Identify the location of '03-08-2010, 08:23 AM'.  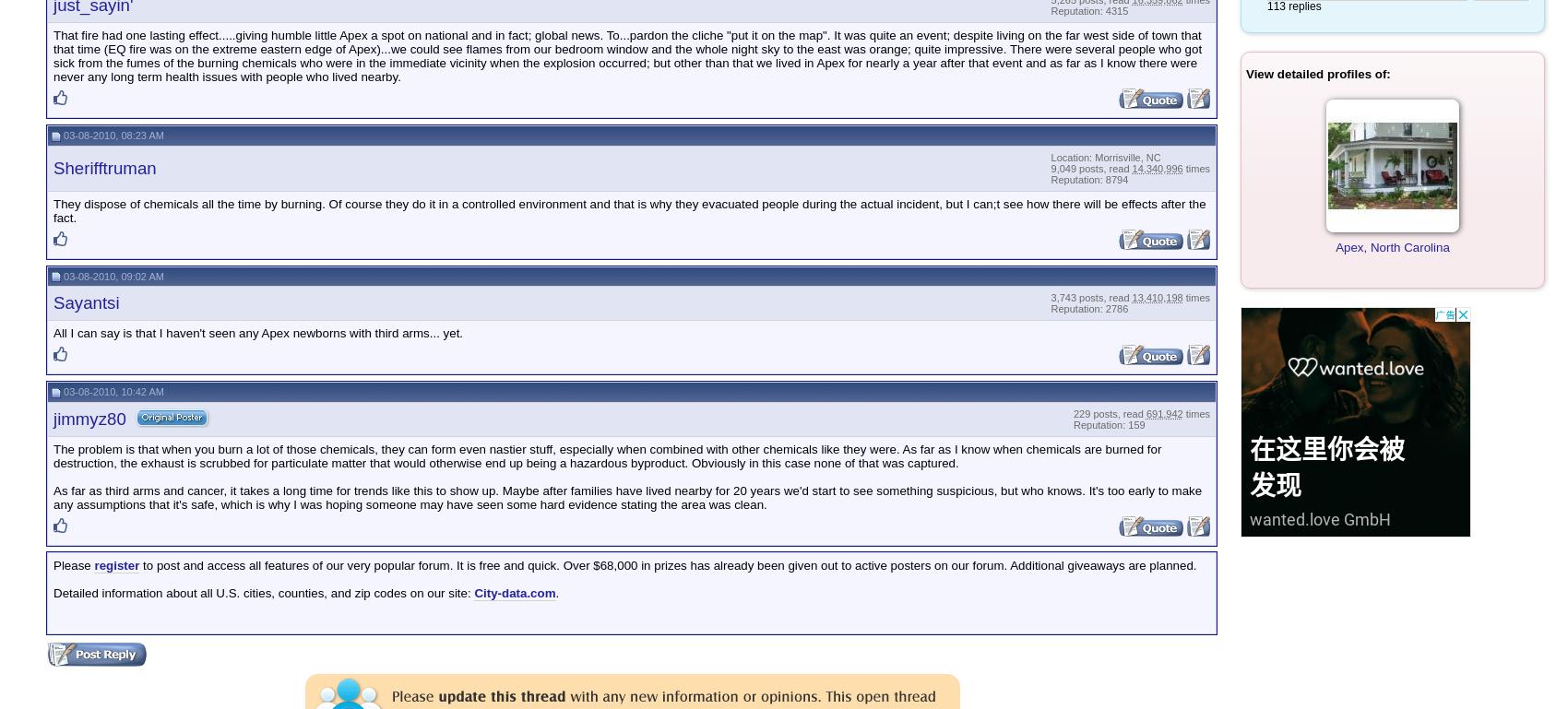
(60, 135).